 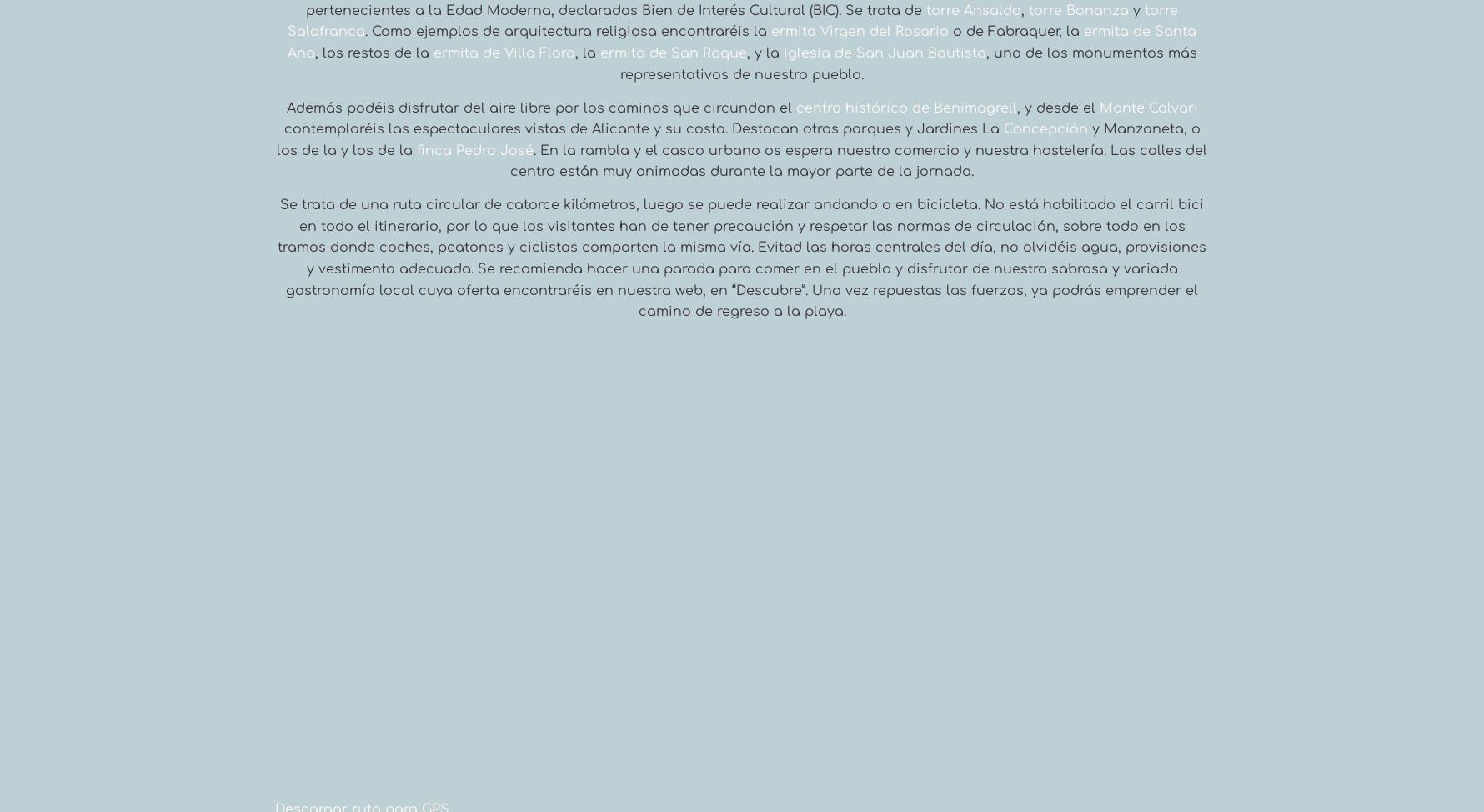 What do you see at coordinates (567, 31) in the screenshot?
I see `'. Como ejemplos de arquitectura religiosa encontraréis la'` at bounding box center [567, 31].